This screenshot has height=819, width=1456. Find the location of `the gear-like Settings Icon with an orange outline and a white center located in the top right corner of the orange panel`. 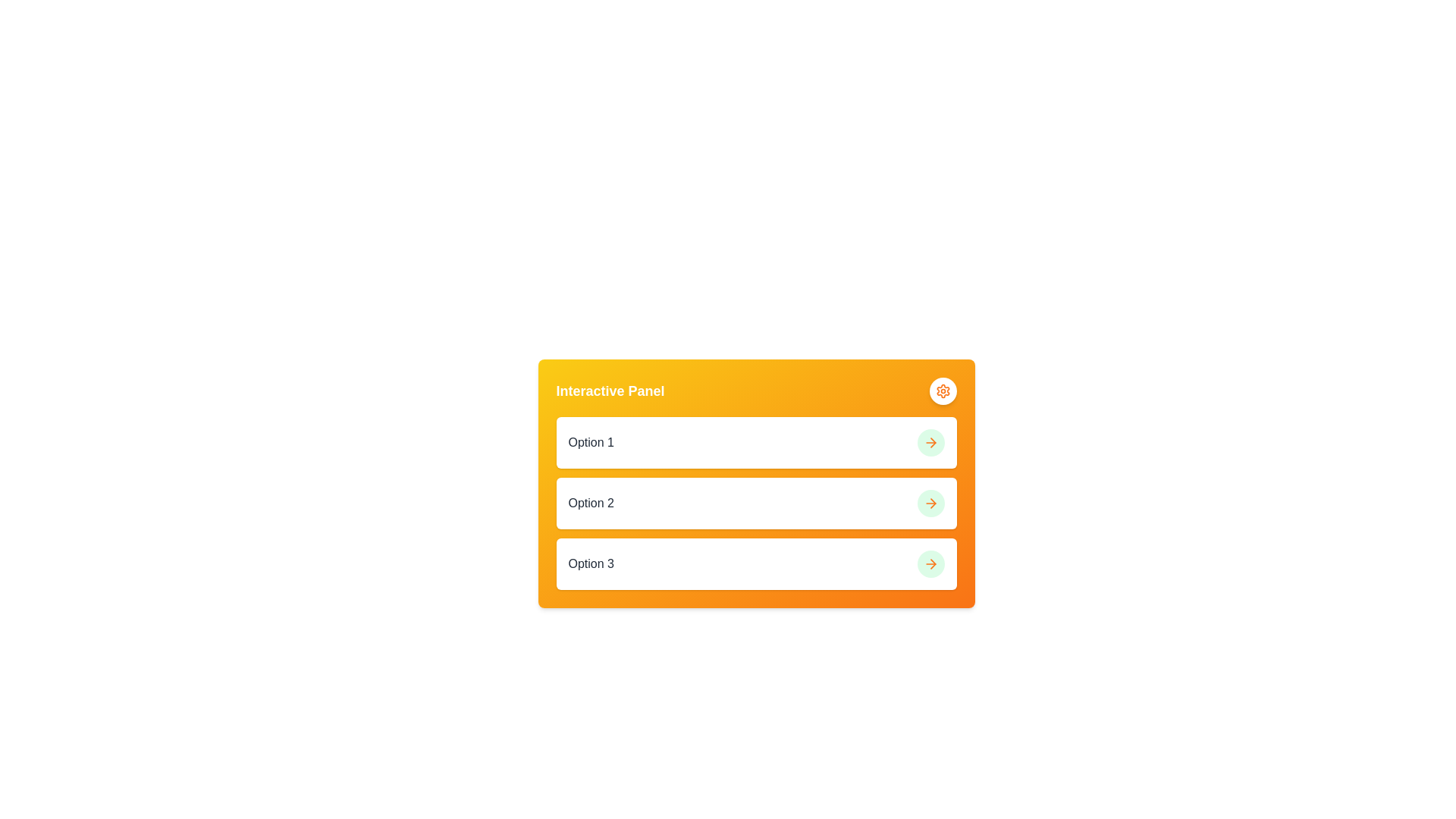

the gear-like Settings Icon with an orange outline and a white center located in the top right corner of the orange panel is located at coordinates (942, 391).